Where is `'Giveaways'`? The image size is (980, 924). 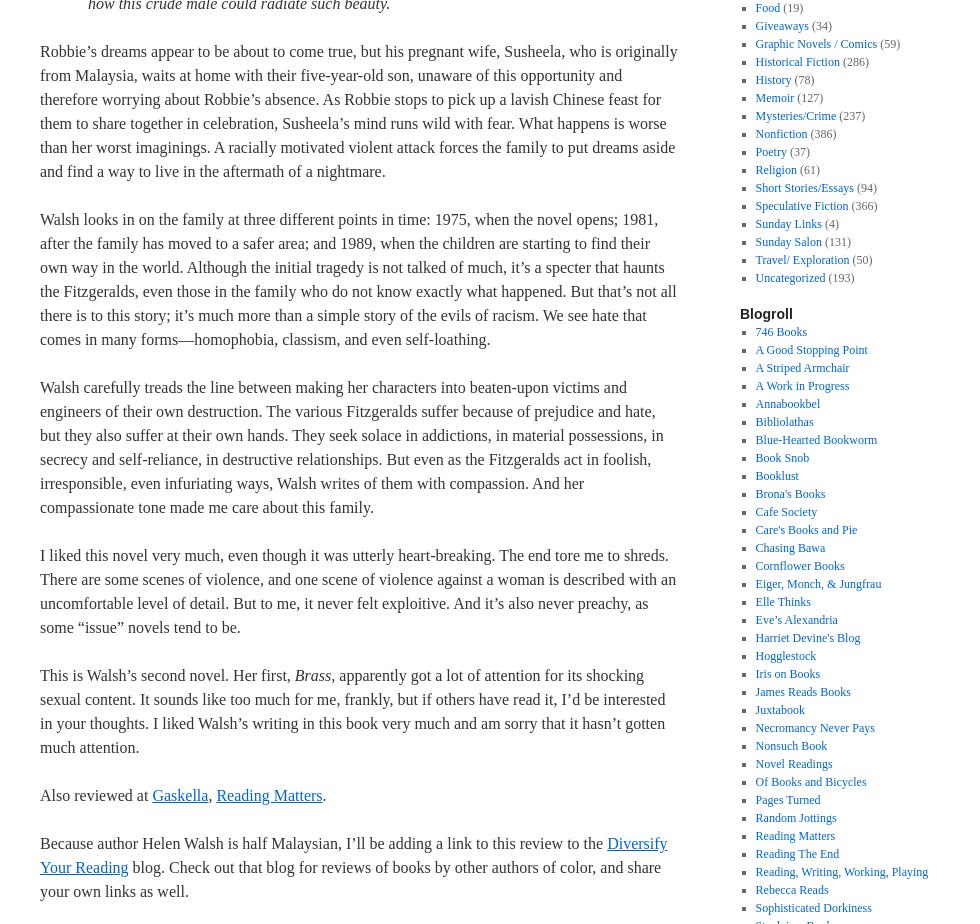
'Giveaways' is located at coordinates (781, 25).